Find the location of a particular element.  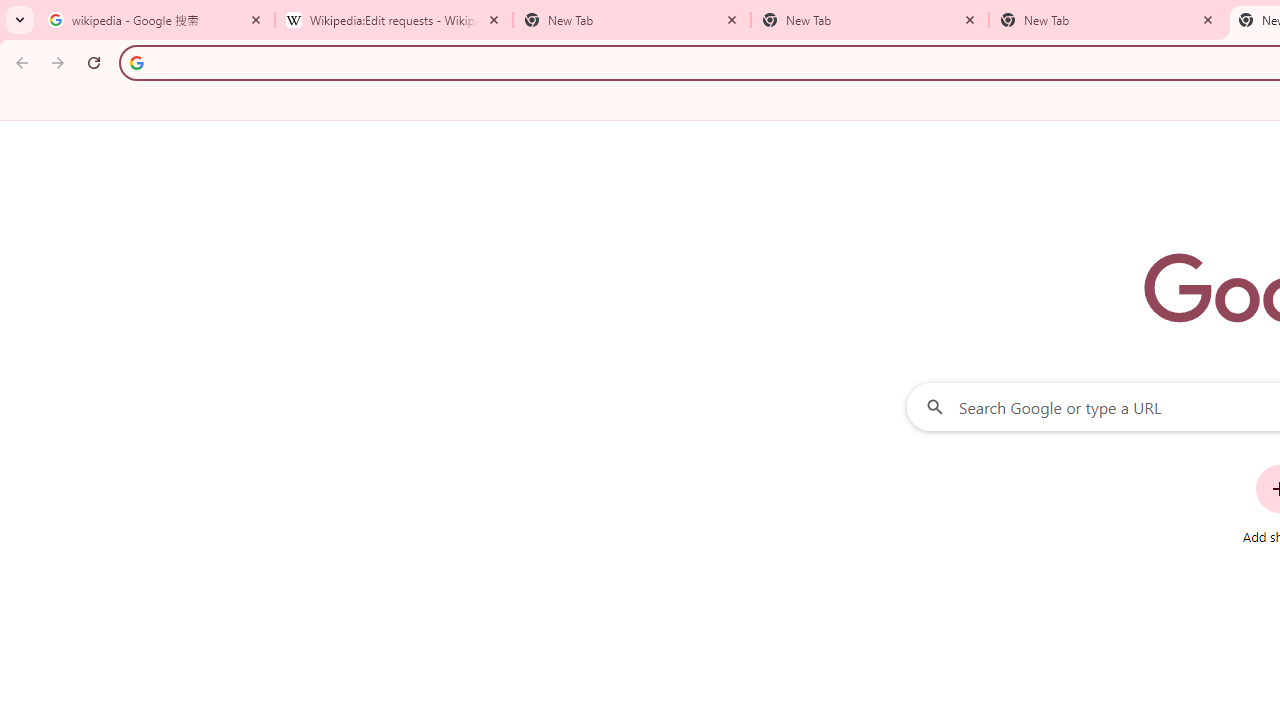

'Forward' is located at coordinates (58, 61).